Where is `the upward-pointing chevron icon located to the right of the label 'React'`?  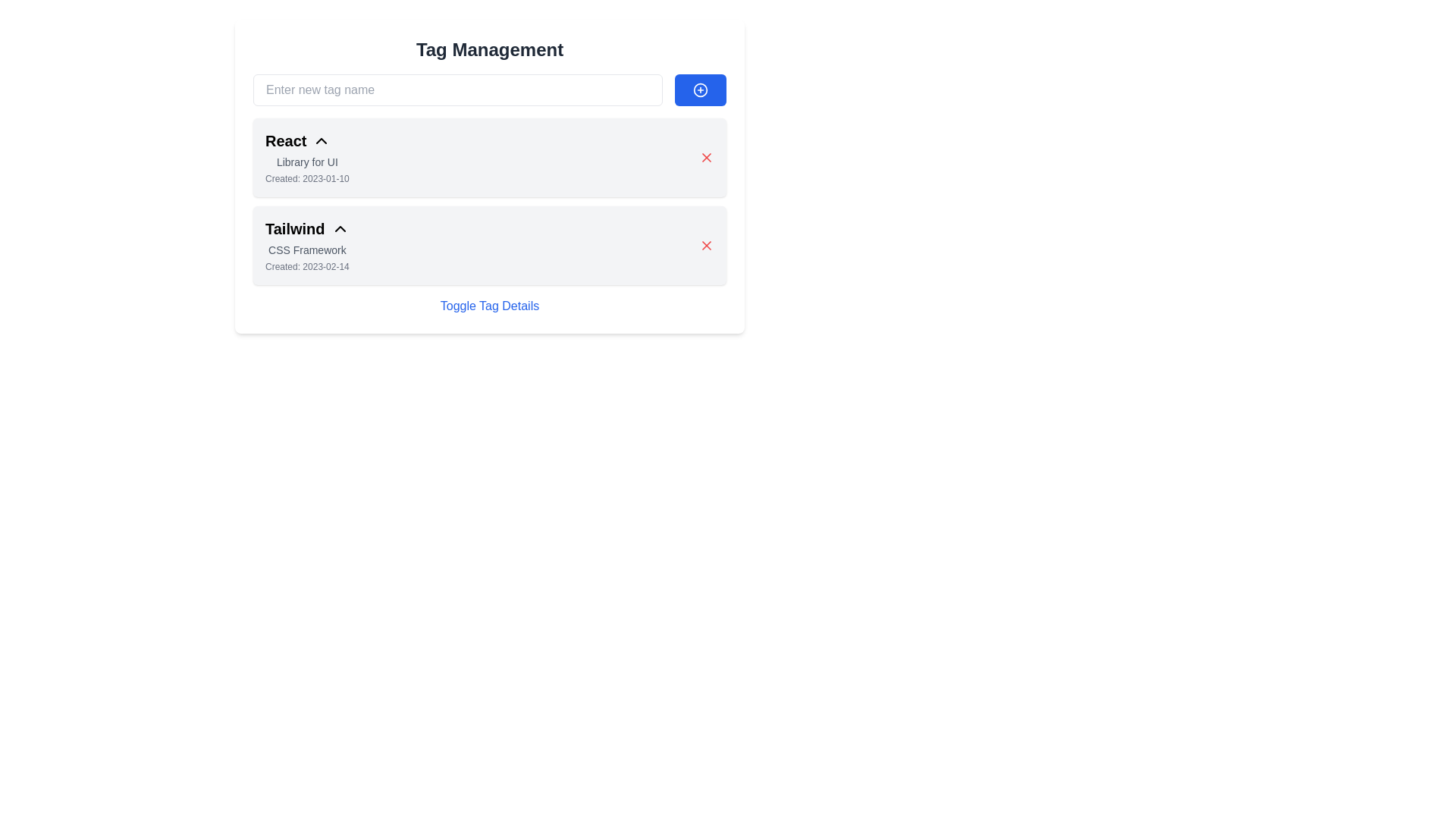
the upward-pointing chevron icon located to the right of the label 'React' is located at coordinates (321, 140).